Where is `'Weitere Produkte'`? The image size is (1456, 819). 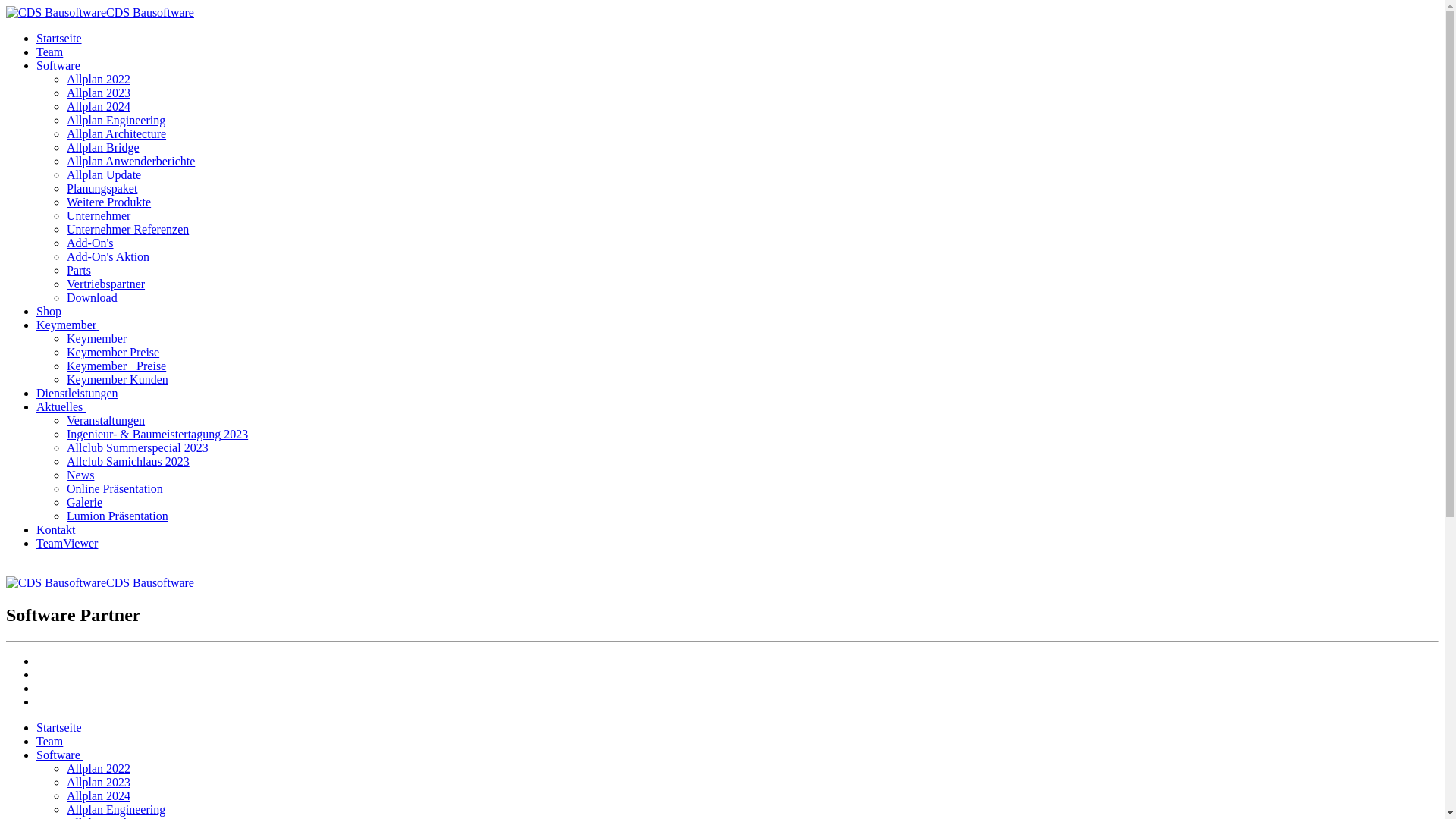 'Weitere Produkte' is located at coordinates (108, 201).